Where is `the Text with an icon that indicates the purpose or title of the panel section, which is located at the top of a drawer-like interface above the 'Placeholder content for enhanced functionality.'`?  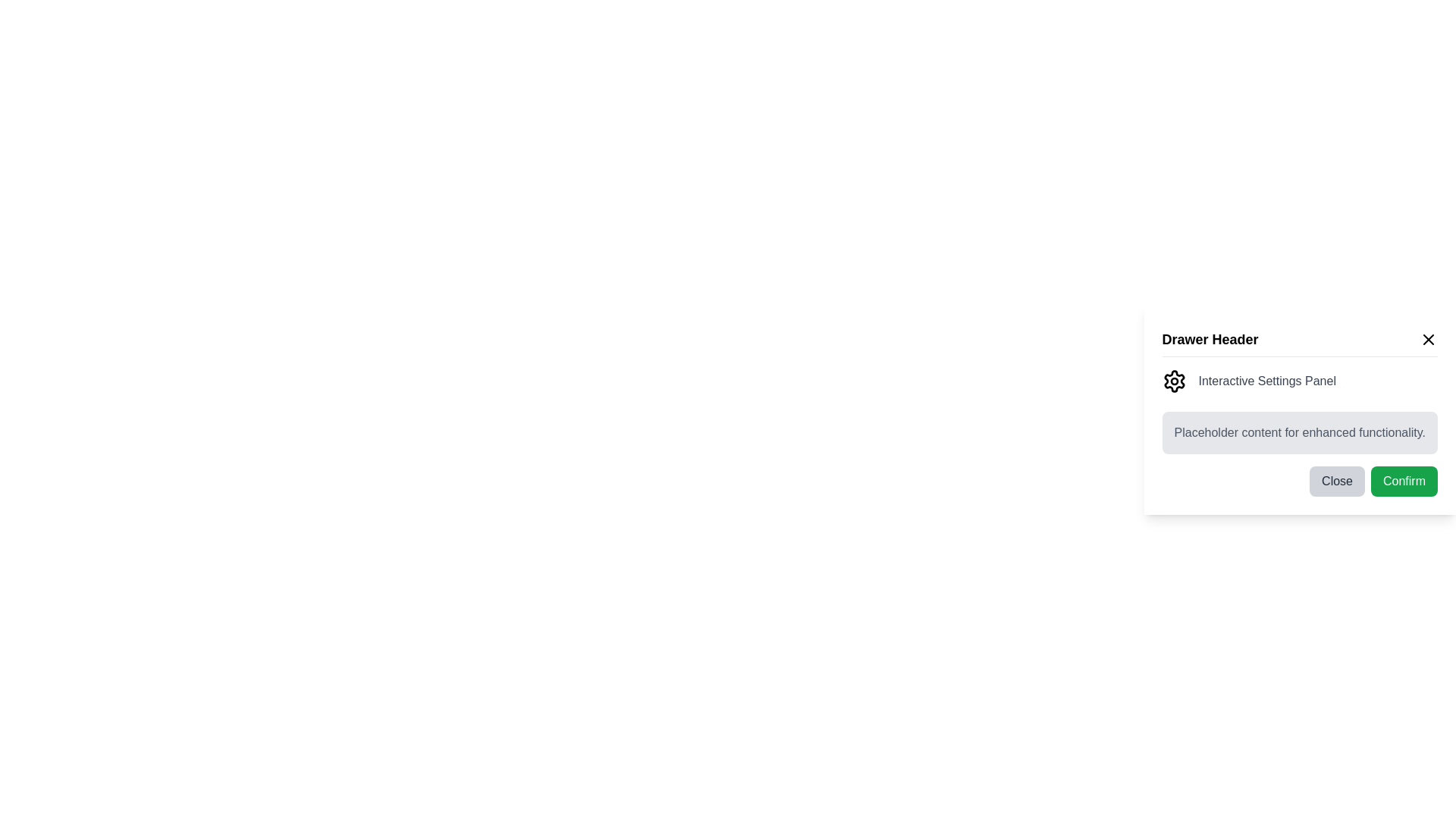 the Text with an icon that indicates the purpose or title of the panel section, which is located at the top of a drawer-like interface above the 'Placeholder content for enhanced functionality.' is located at coordinates (1299, 380).